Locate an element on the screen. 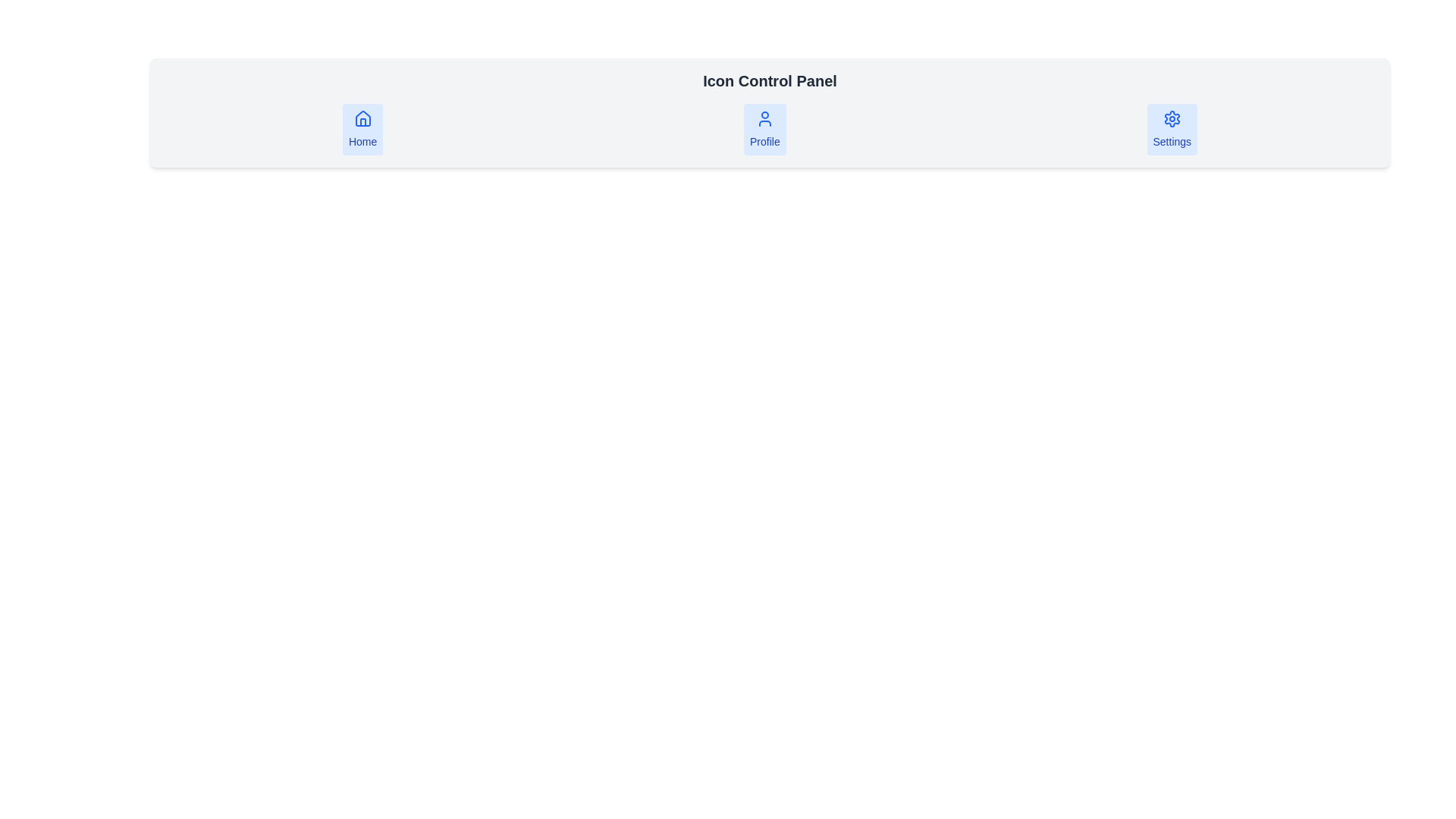  the 'Settings' button with a light blue background and a blue gear icon is located at coordinates (1171, 128).